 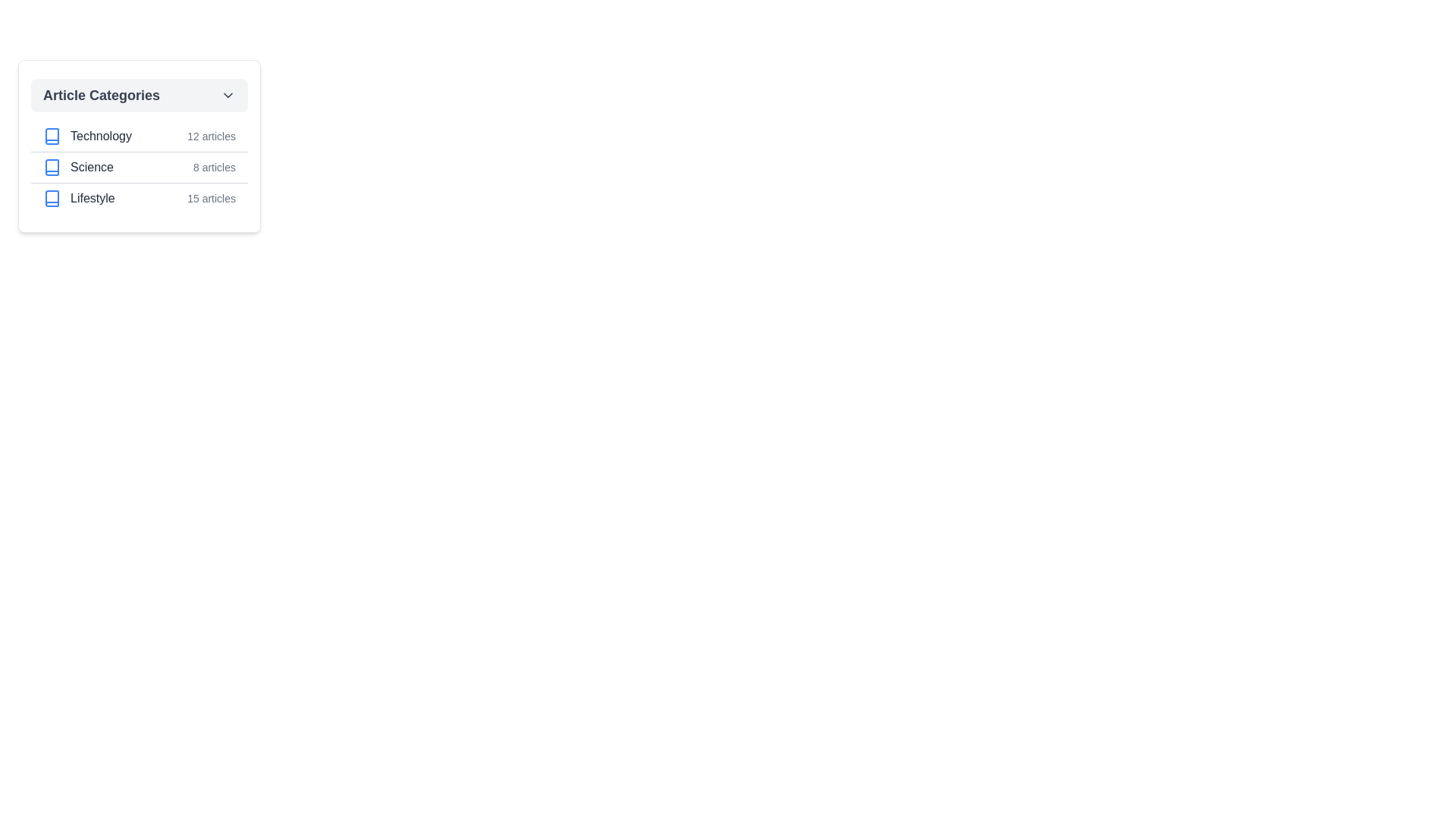 What do you see at coordinates (101, 96) in the screenshot?
I see `the static text label element that serves as a title for the dropdown component, located at the upper section of the dropdown list and aligned to the left` at bounding box center [101, 96].